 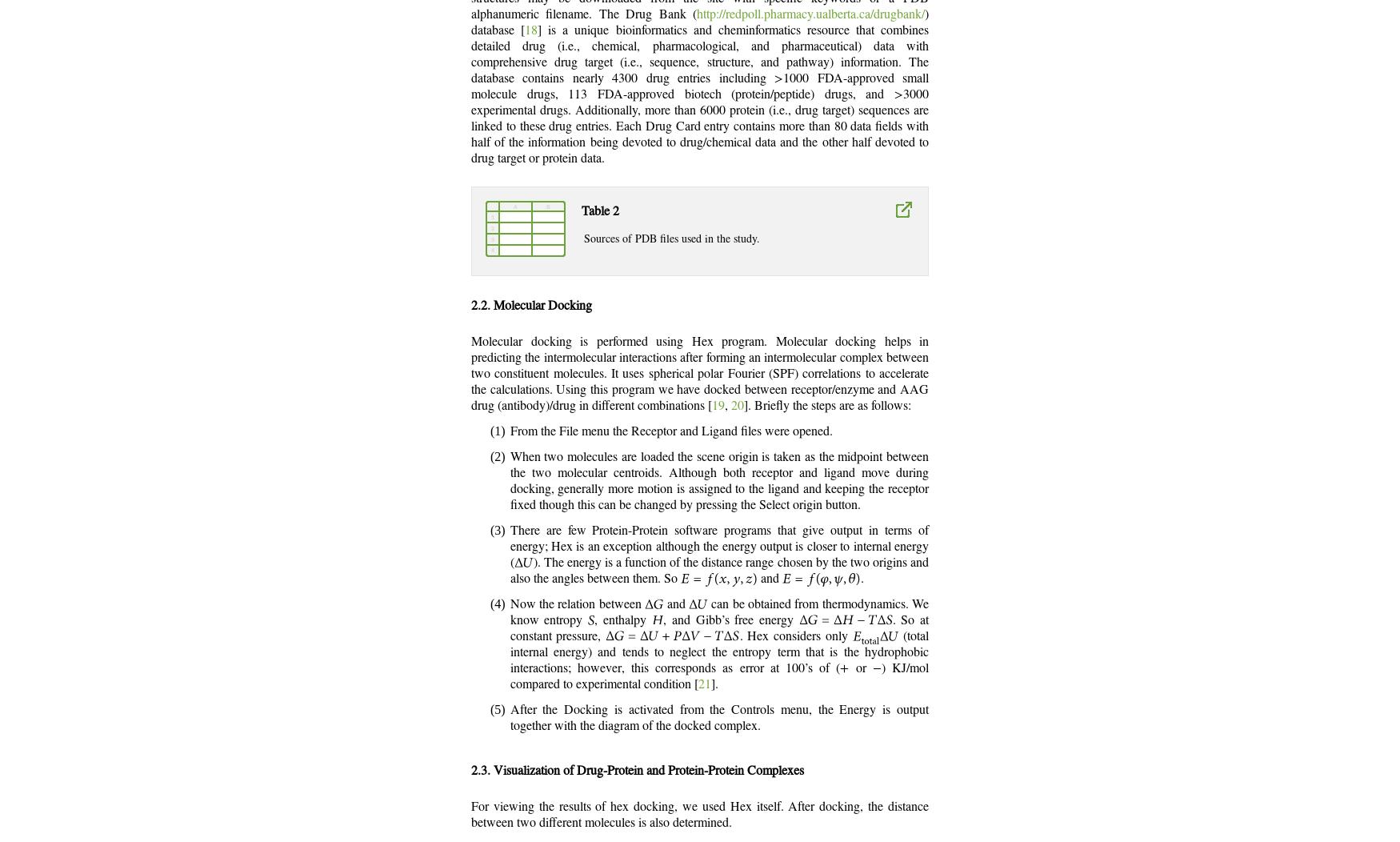 I want to click on ', and Gibb’s free energy', so click(x=730, y=619).